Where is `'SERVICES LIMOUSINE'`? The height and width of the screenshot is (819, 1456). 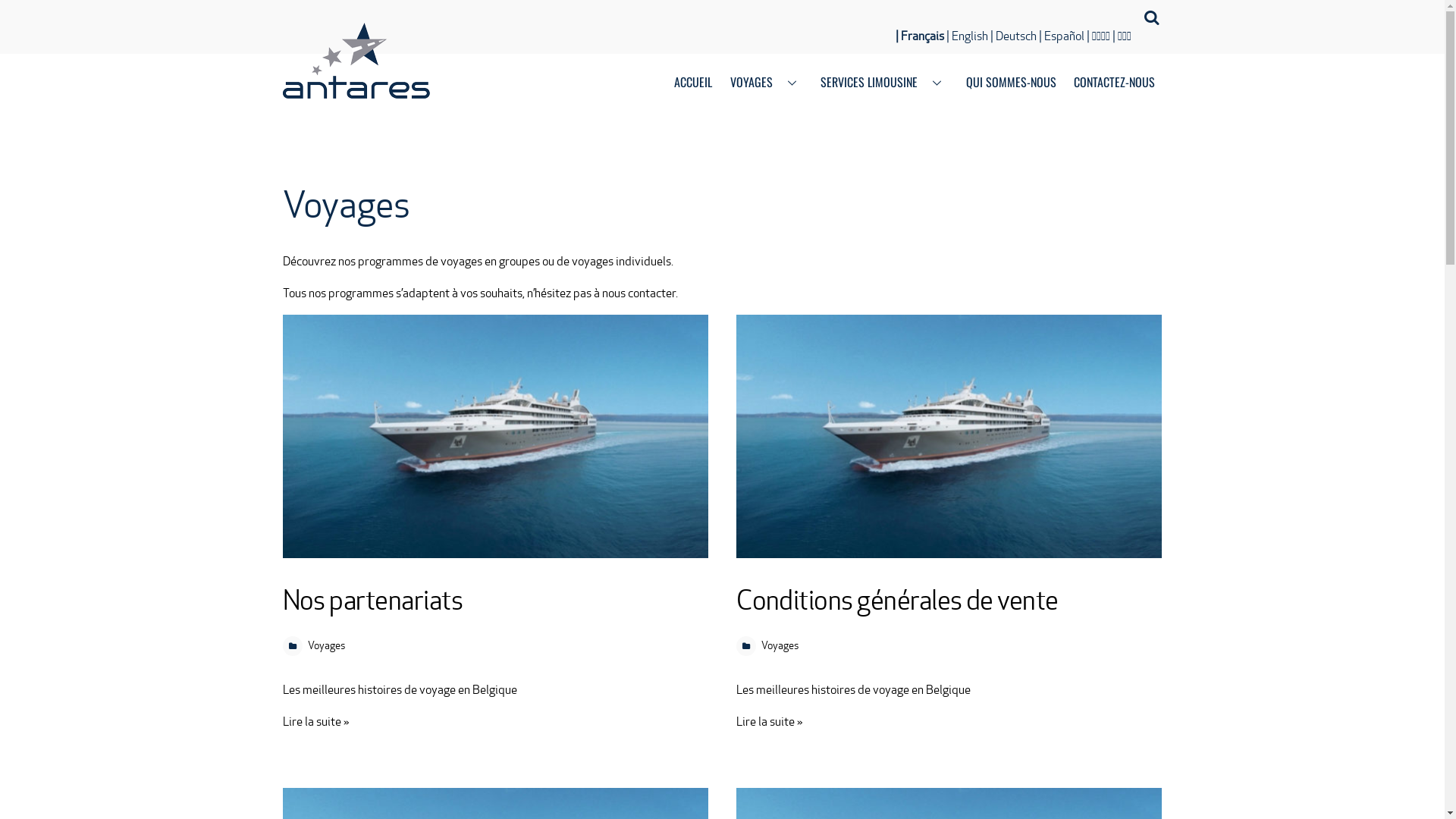 'SERVICES LIMOUSINE' is located at coordinates (813, 83).